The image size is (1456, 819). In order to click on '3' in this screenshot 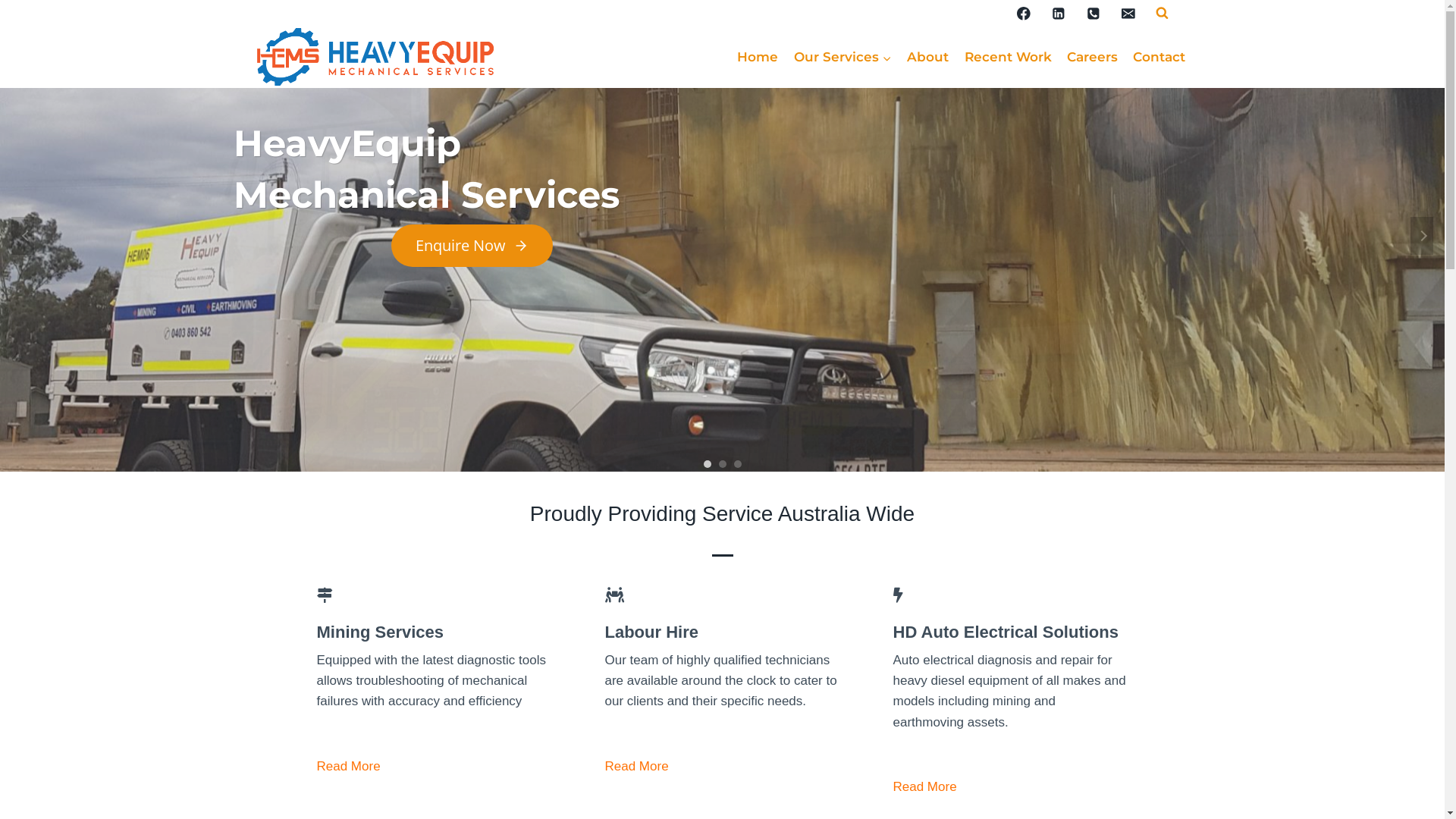, I will do `click(737, 463)`.